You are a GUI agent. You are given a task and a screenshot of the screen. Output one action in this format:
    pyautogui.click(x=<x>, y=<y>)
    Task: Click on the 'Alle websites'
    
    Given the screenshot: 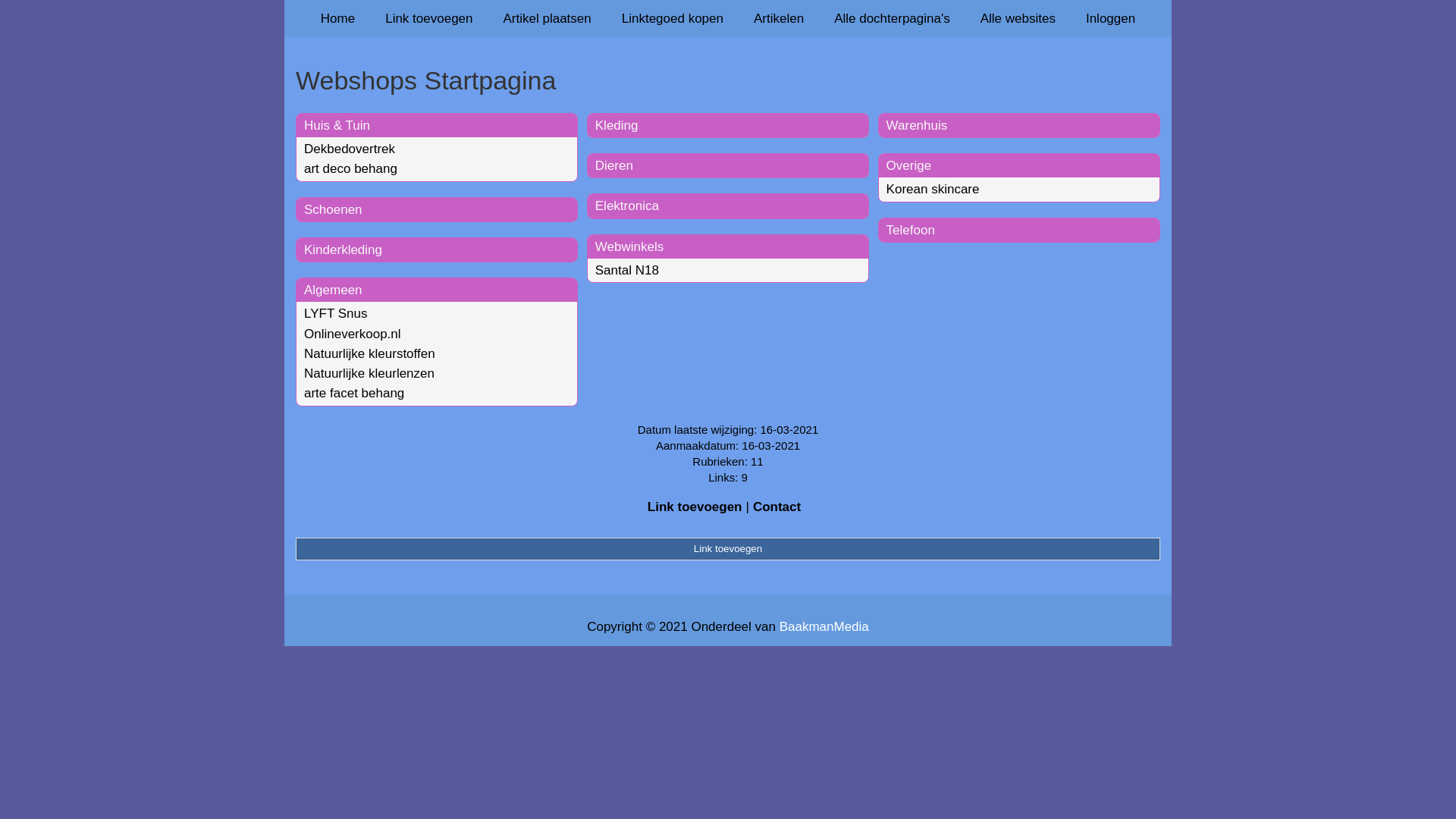 What is the action you would take?
    pyautogui.click(x=964, y=18)
    